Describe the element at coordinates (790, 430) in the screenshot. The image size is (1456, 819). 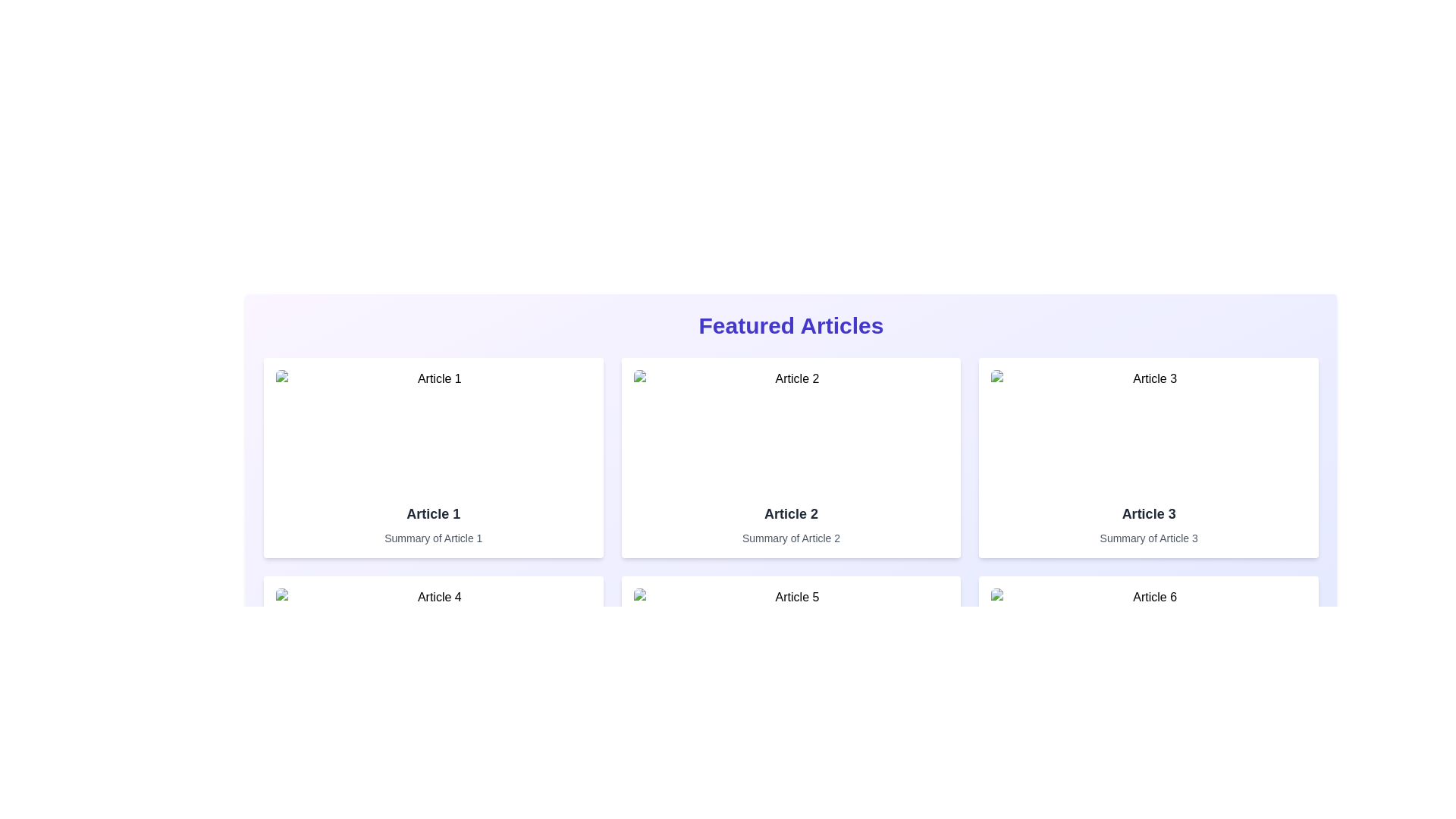
I see `the image component with rounded rectangular shape labeled 'Image 2' located in the top section of the card labeled 'Article 2'` at that location.